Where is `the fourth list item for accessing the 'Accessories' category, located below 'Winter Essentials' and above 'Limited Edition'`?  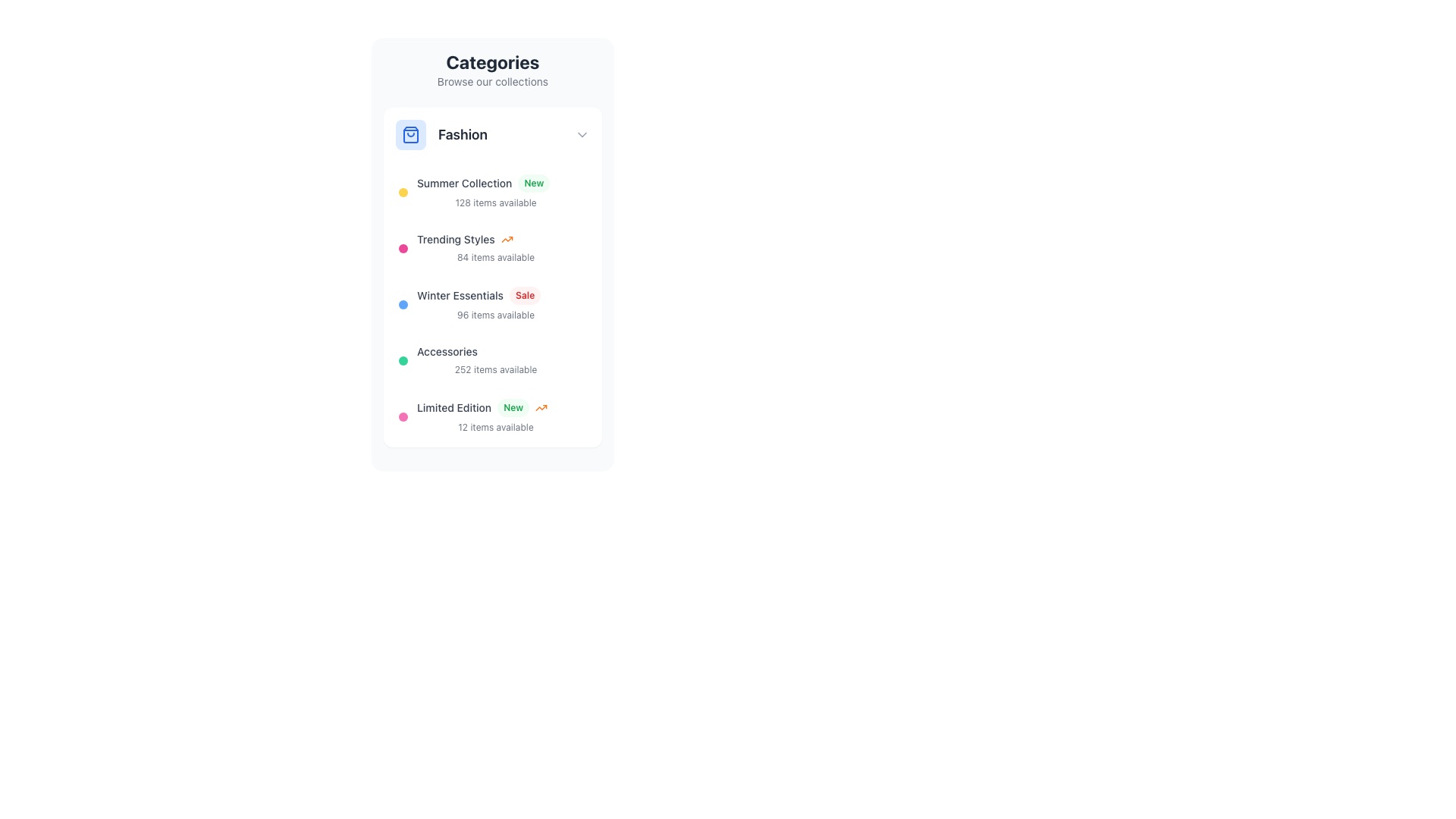 the fourth list item for accessing the 'Accessories' category, located below 'Winter Essentials' and above 'Limited Edition' is located at coordinates (492, 360).